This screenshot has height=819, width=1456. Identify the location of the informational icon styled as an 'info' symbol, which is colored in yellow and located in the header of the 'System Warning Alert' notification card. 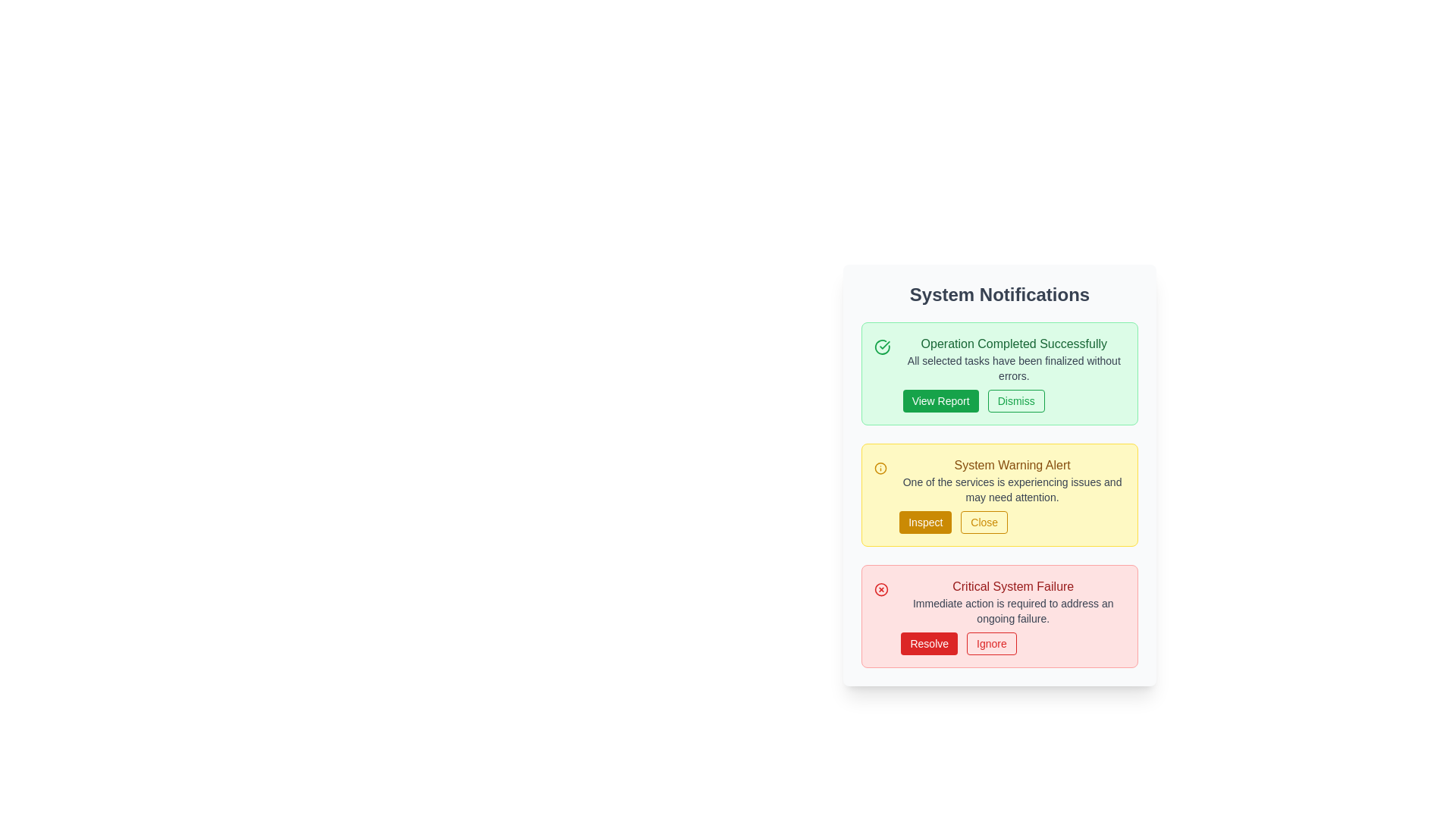
(880, 467).